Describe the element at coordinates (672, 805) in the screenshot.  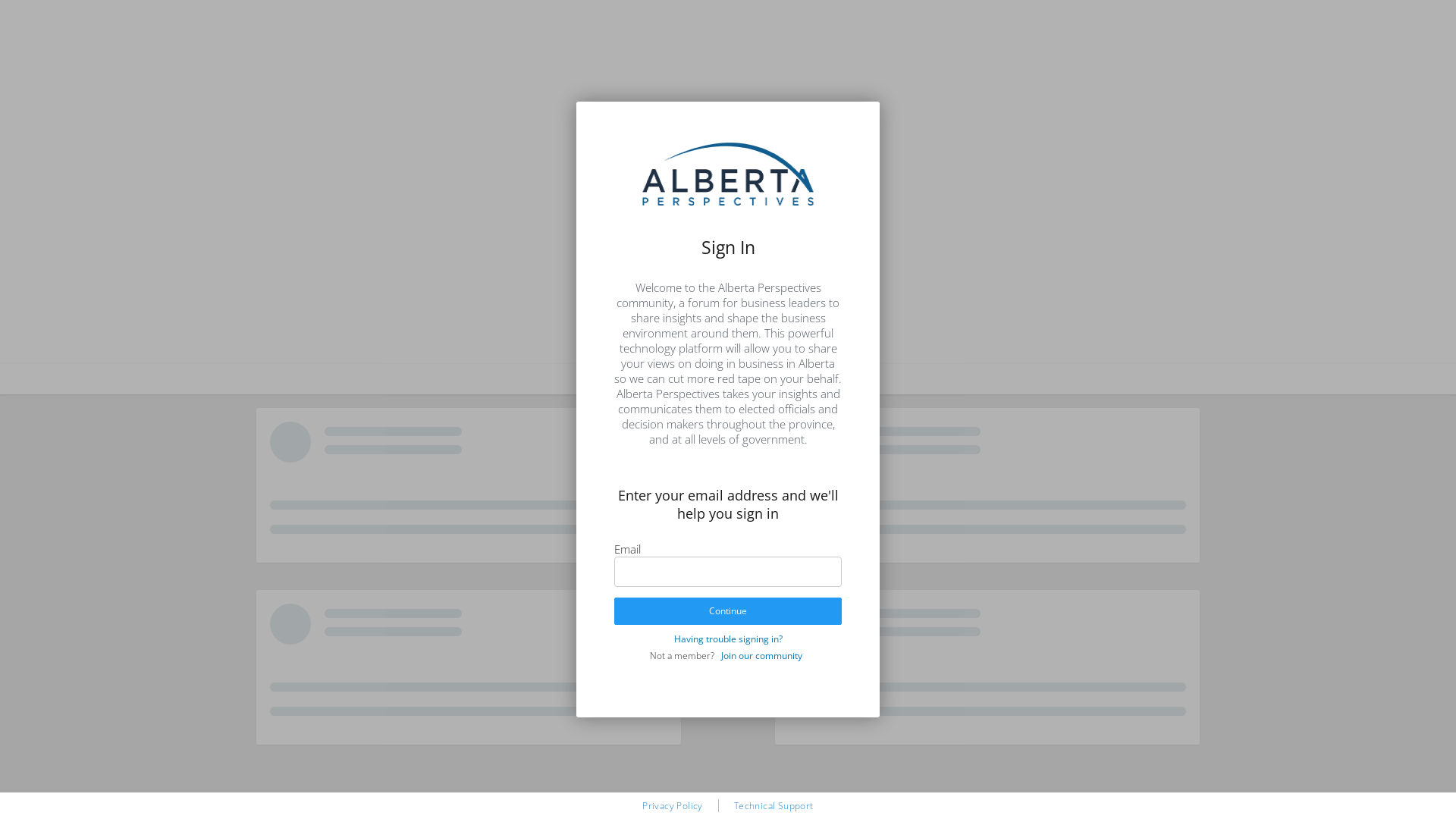
I see `'Privacy Policy'` at that location.